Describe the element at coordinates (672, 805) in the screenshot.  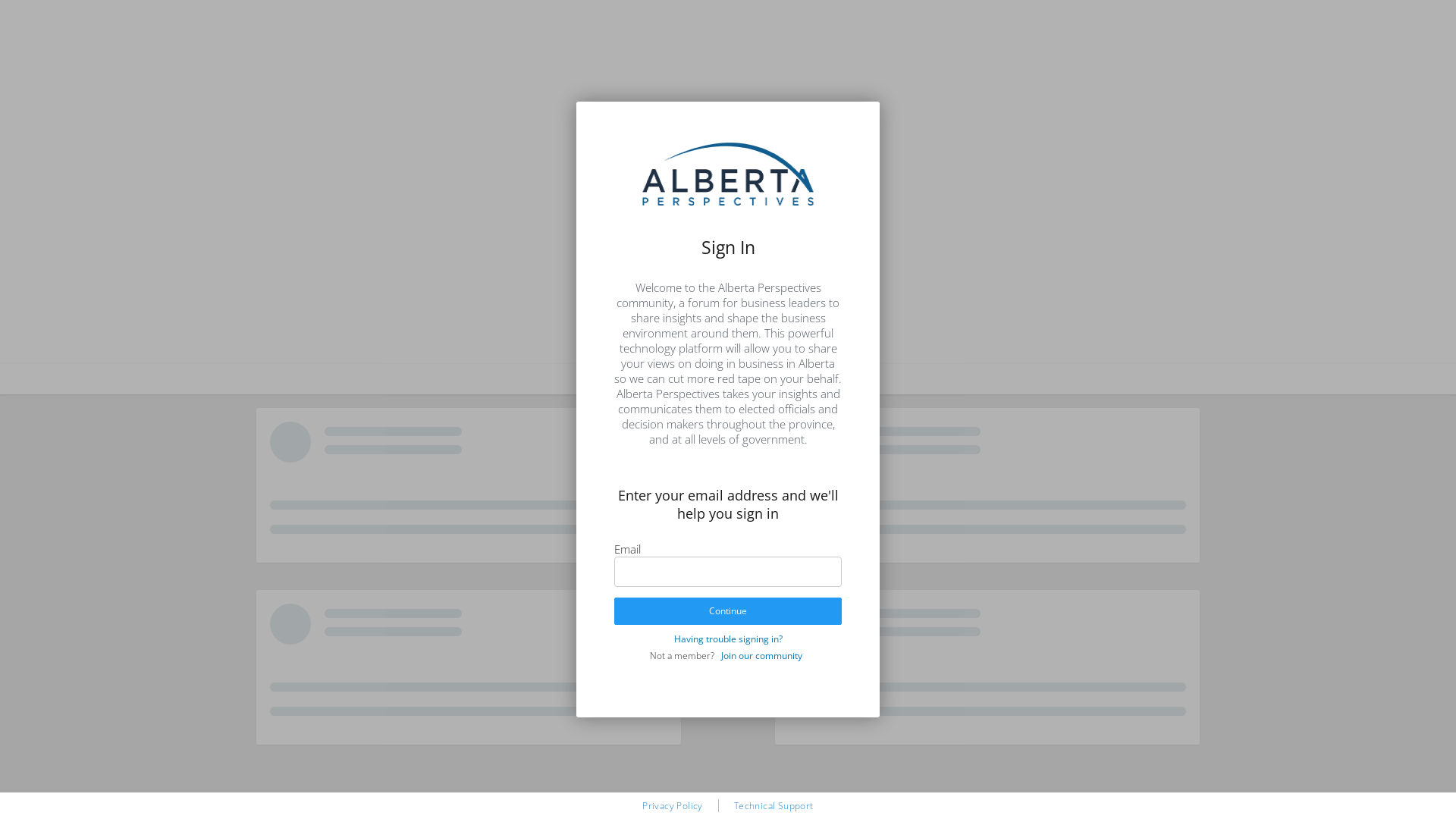
I see `'Privacy Policy'` at that location.